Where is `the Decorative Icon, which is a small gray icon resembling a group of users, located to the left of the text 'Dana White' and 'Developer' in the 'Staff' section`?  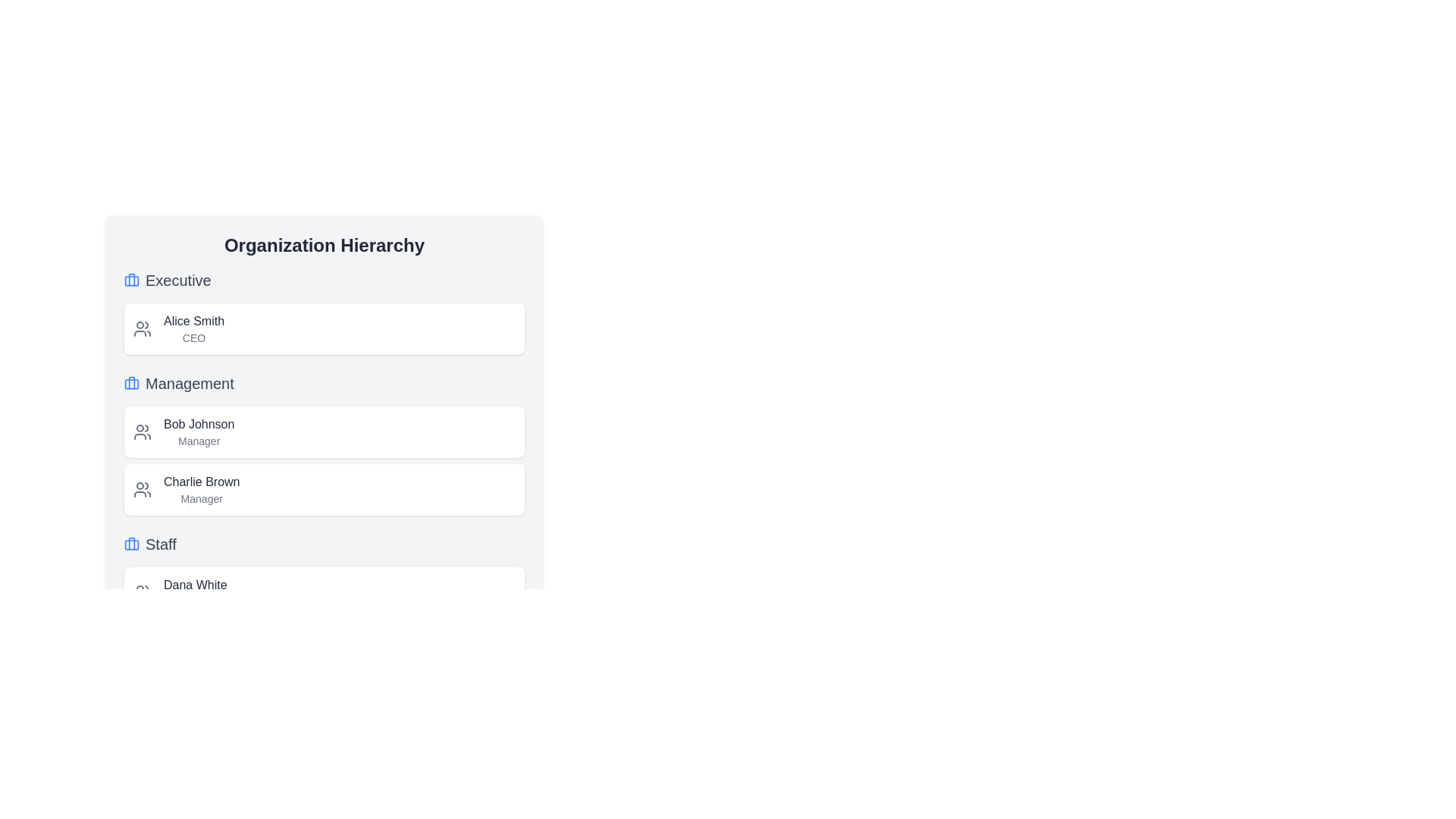
the Decorative Icon, which is a small gray icon resembling a group of users, located to the left of the text 'Dana White' and 'Developer' in the 'Staff' section is located at coordinates (142, 592).